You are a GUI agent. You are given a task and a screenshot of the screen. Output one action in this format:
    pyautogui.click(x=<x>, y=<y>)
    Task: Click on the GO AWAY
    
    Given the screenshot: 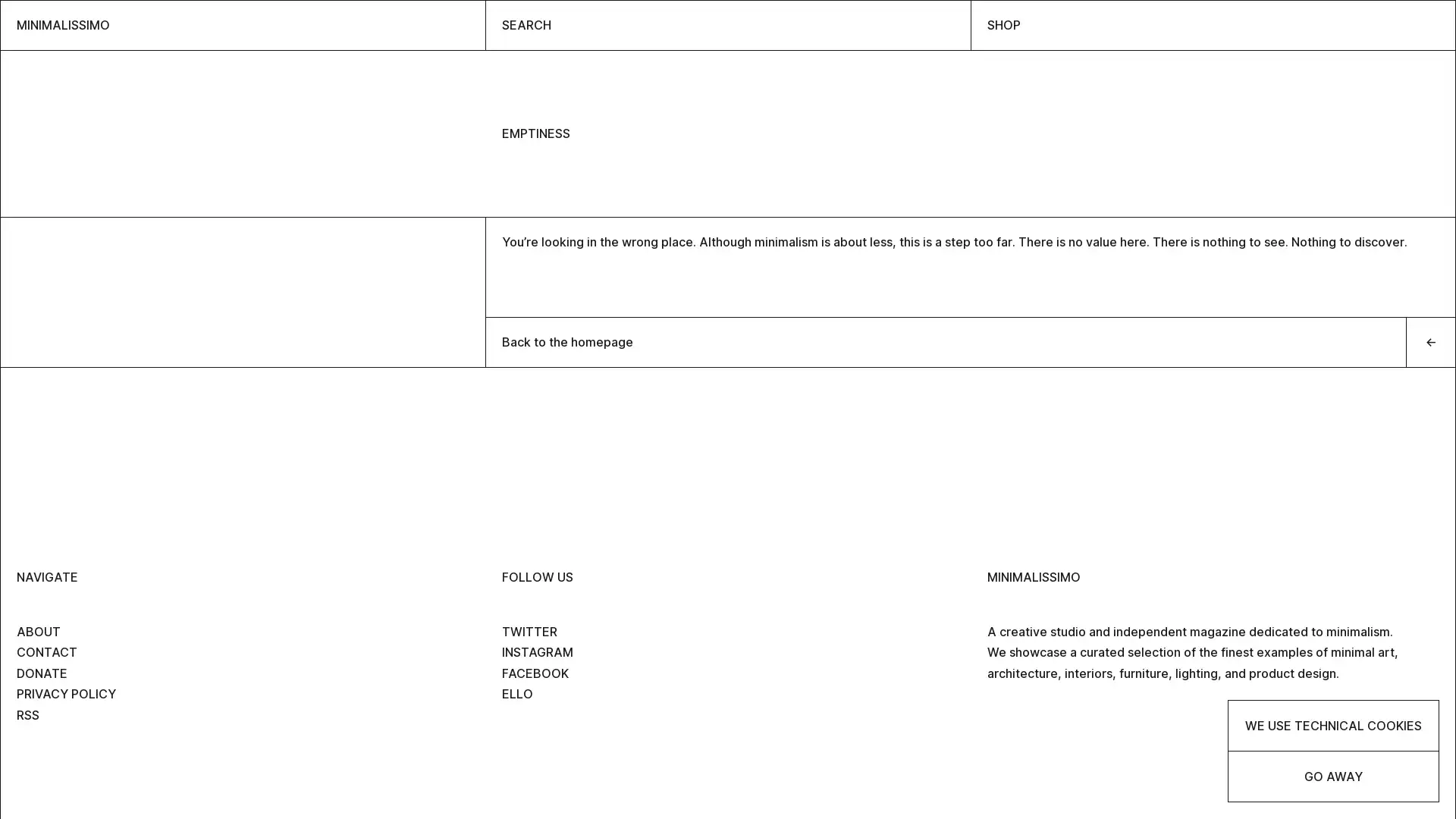 What is the action you would take?
    pyautogui.click(x=1332, y=776)
    